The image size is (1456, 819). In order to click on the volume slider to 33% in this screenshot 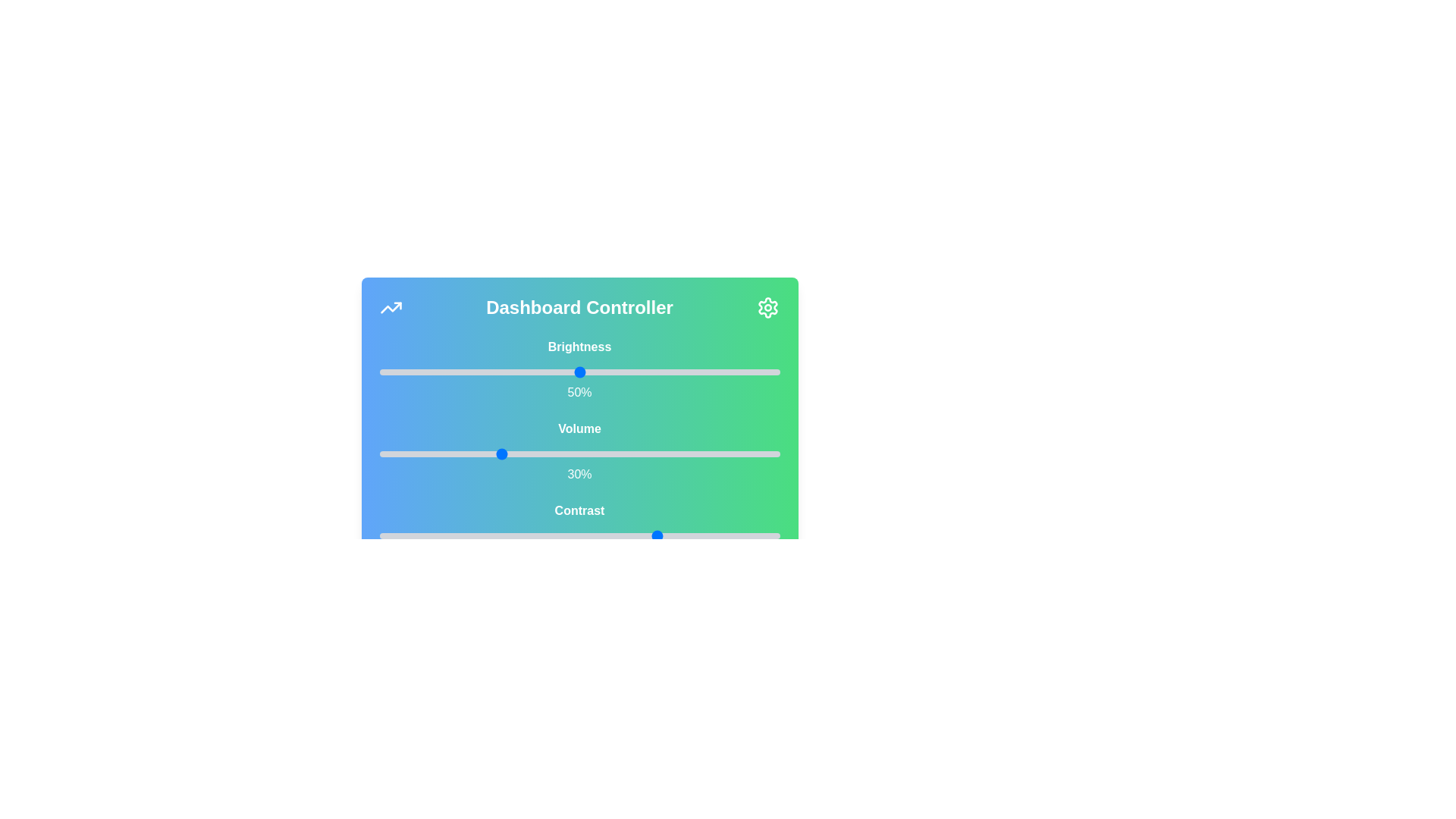, I will do `click(511, 453)`.